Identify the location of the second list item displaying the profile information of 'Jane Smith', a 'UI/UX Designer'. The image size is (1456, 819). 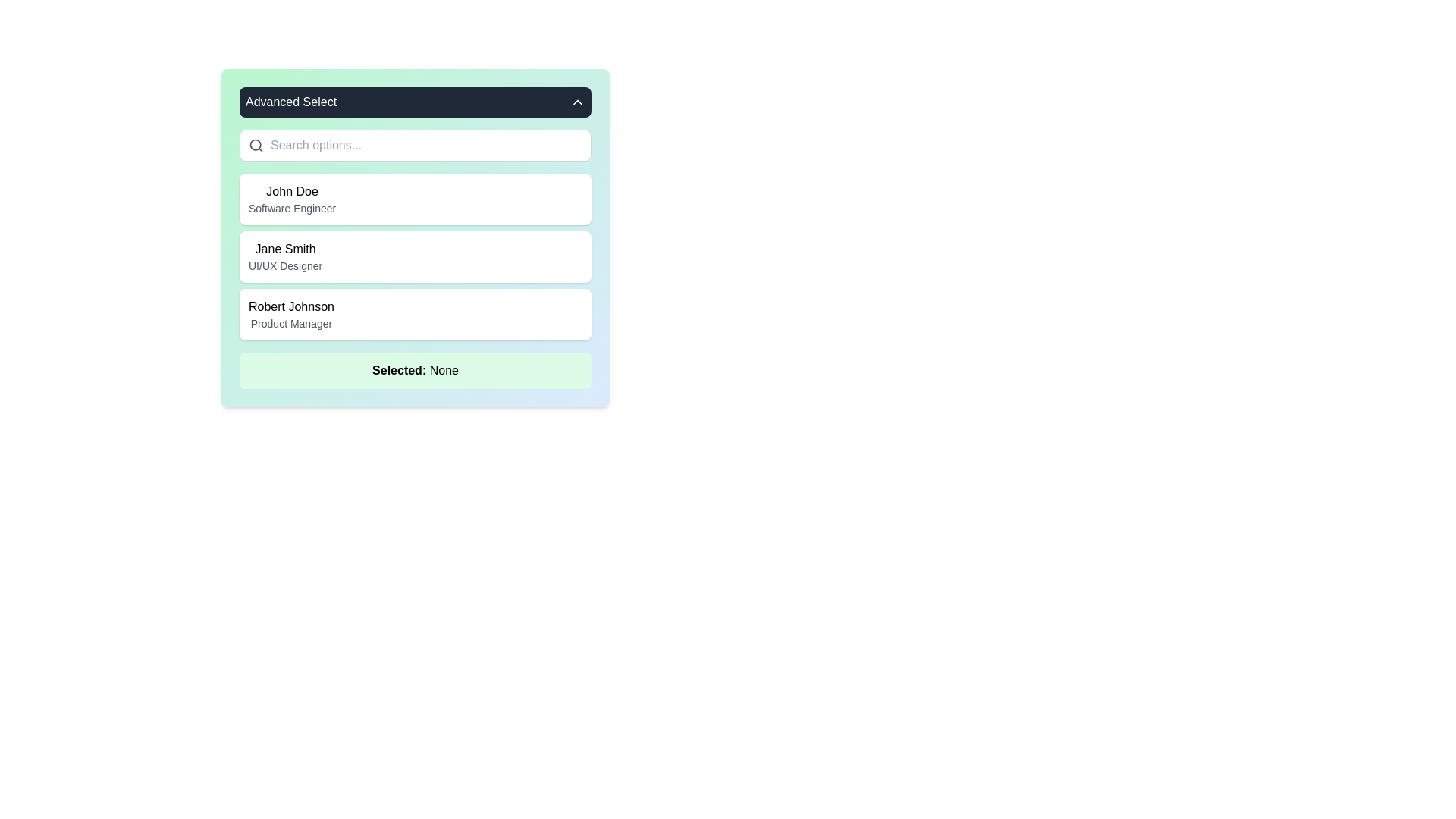
(415, 256).